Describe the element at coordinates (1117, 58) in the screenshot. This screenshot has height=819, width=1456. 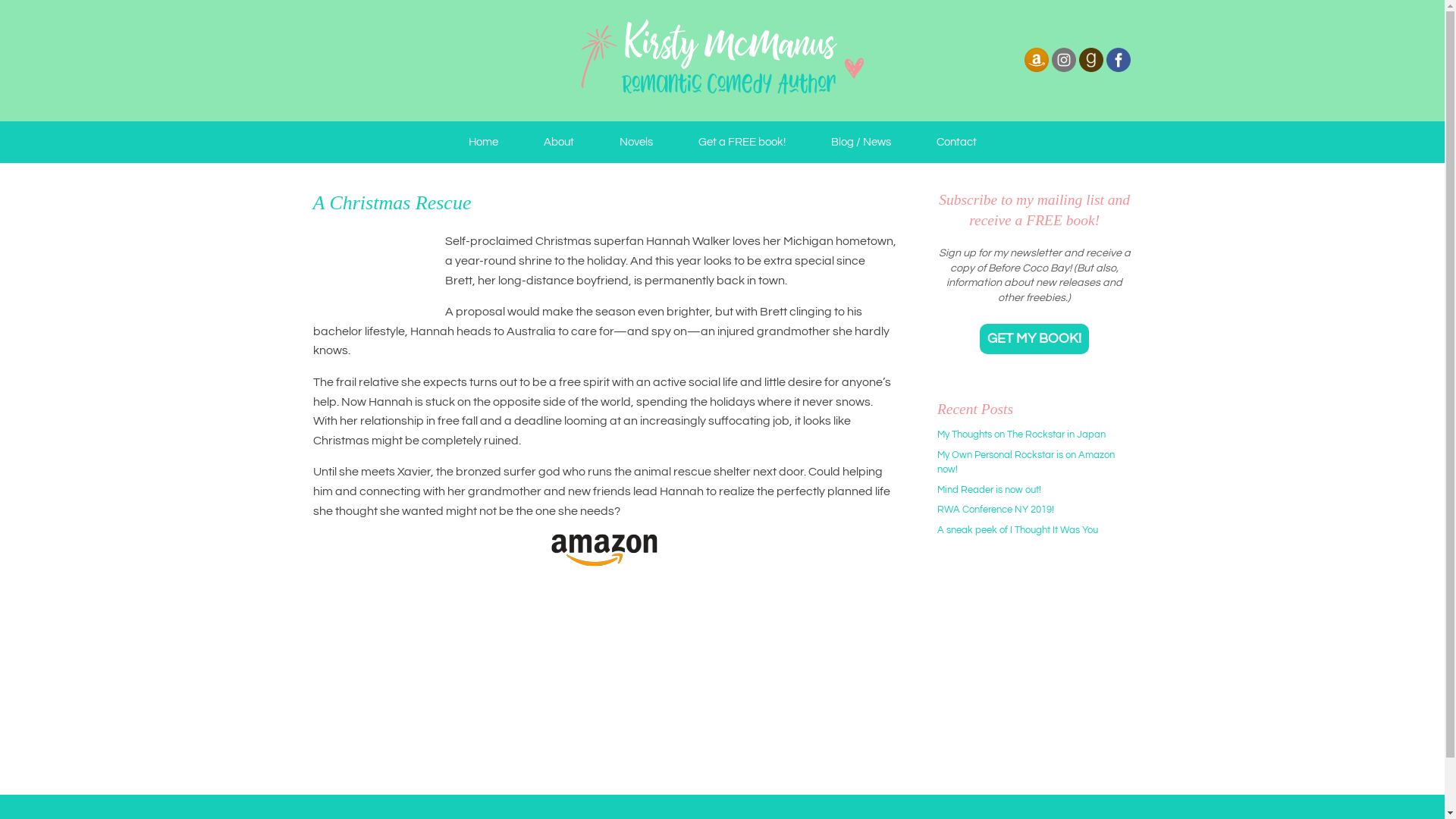
I see `'Facebook'` at that location.